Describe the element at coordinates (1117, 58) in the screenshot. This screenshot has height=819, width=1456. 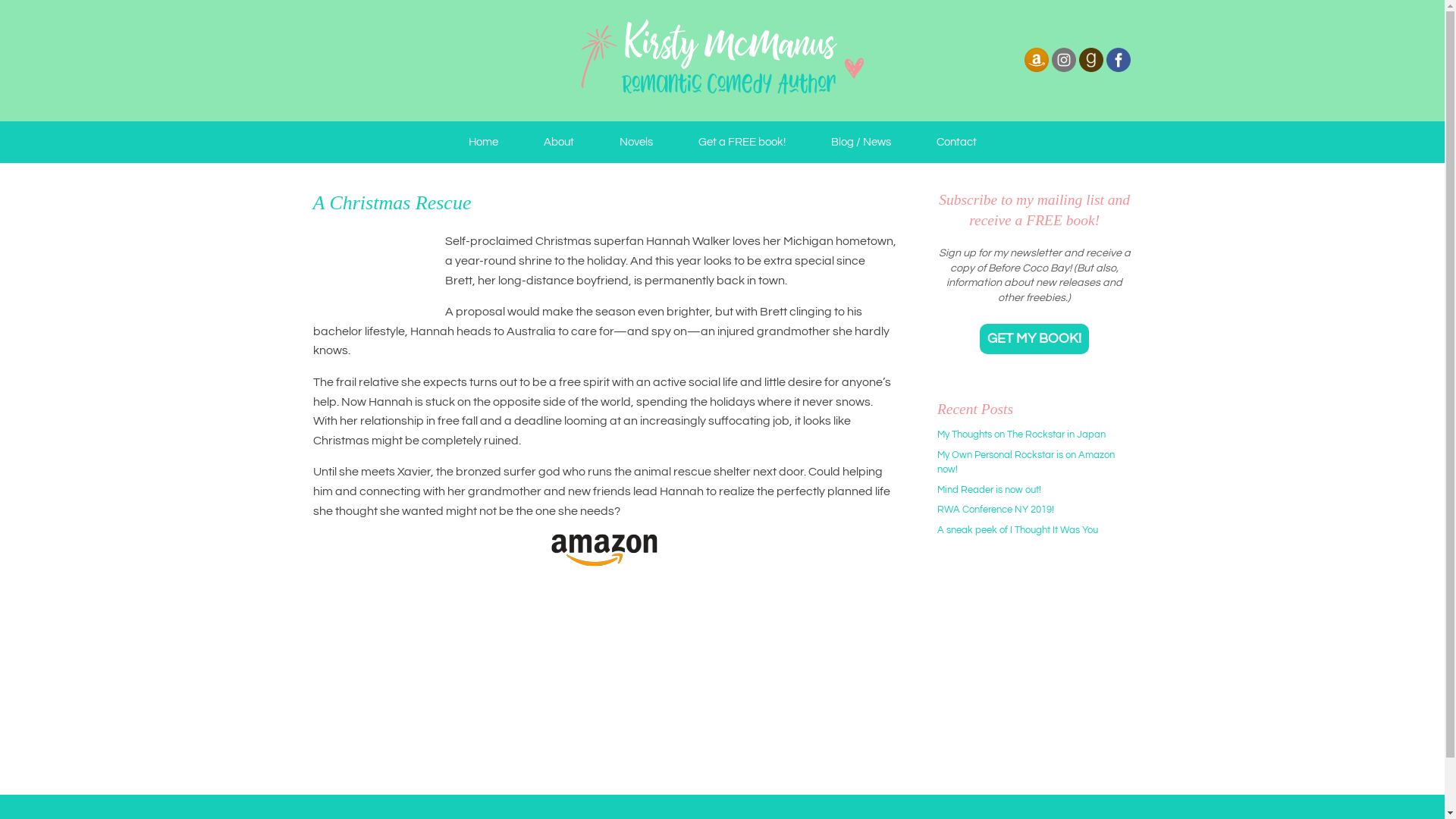
I see `'Facebook'` at that location.